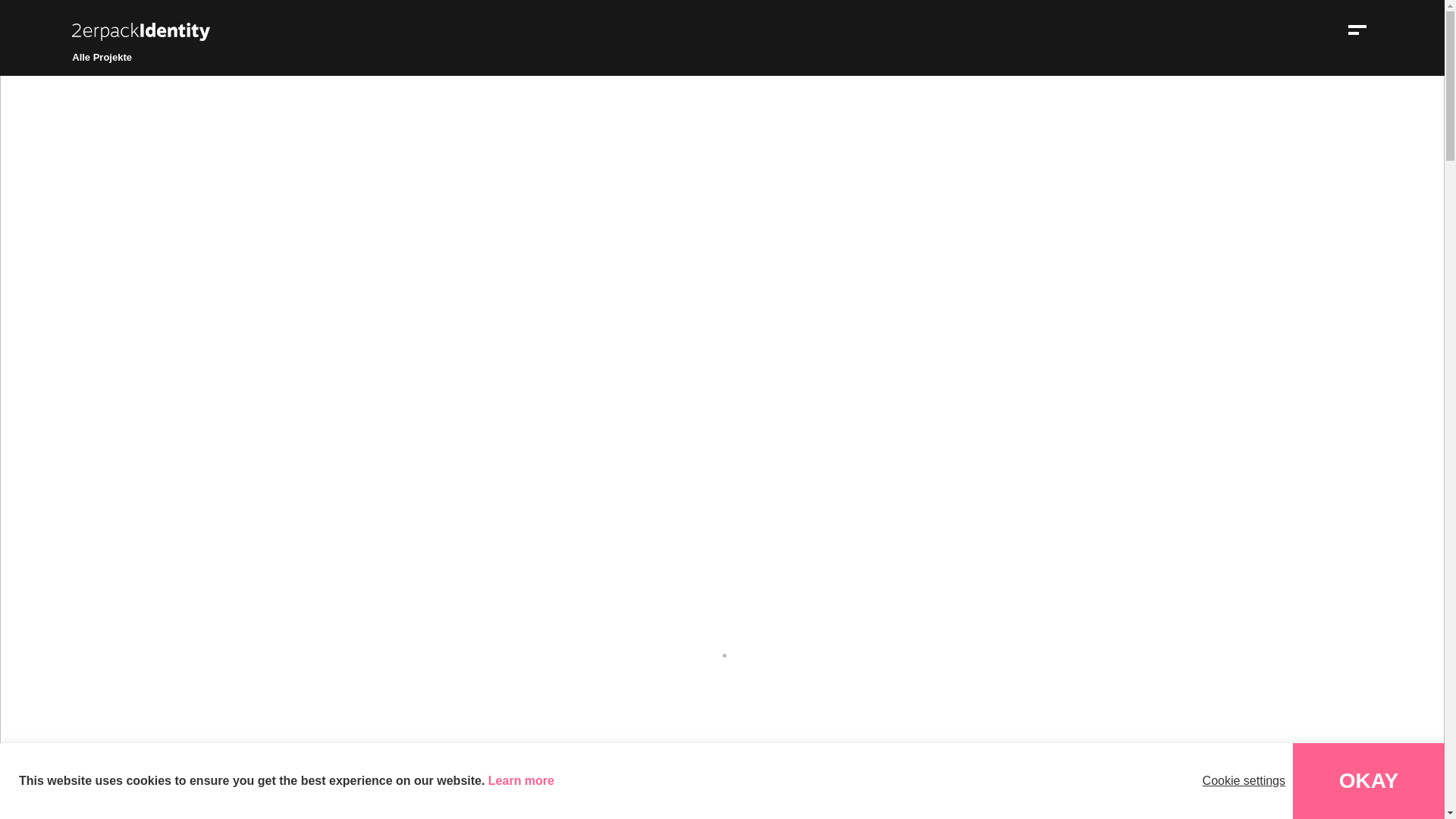 Image resolution: width=1456 pixels, height=819 pixels. What do you see at coordinates (521, 780) in the screenshot?
I see `'Learn more'` at bounding box center [521, 780].